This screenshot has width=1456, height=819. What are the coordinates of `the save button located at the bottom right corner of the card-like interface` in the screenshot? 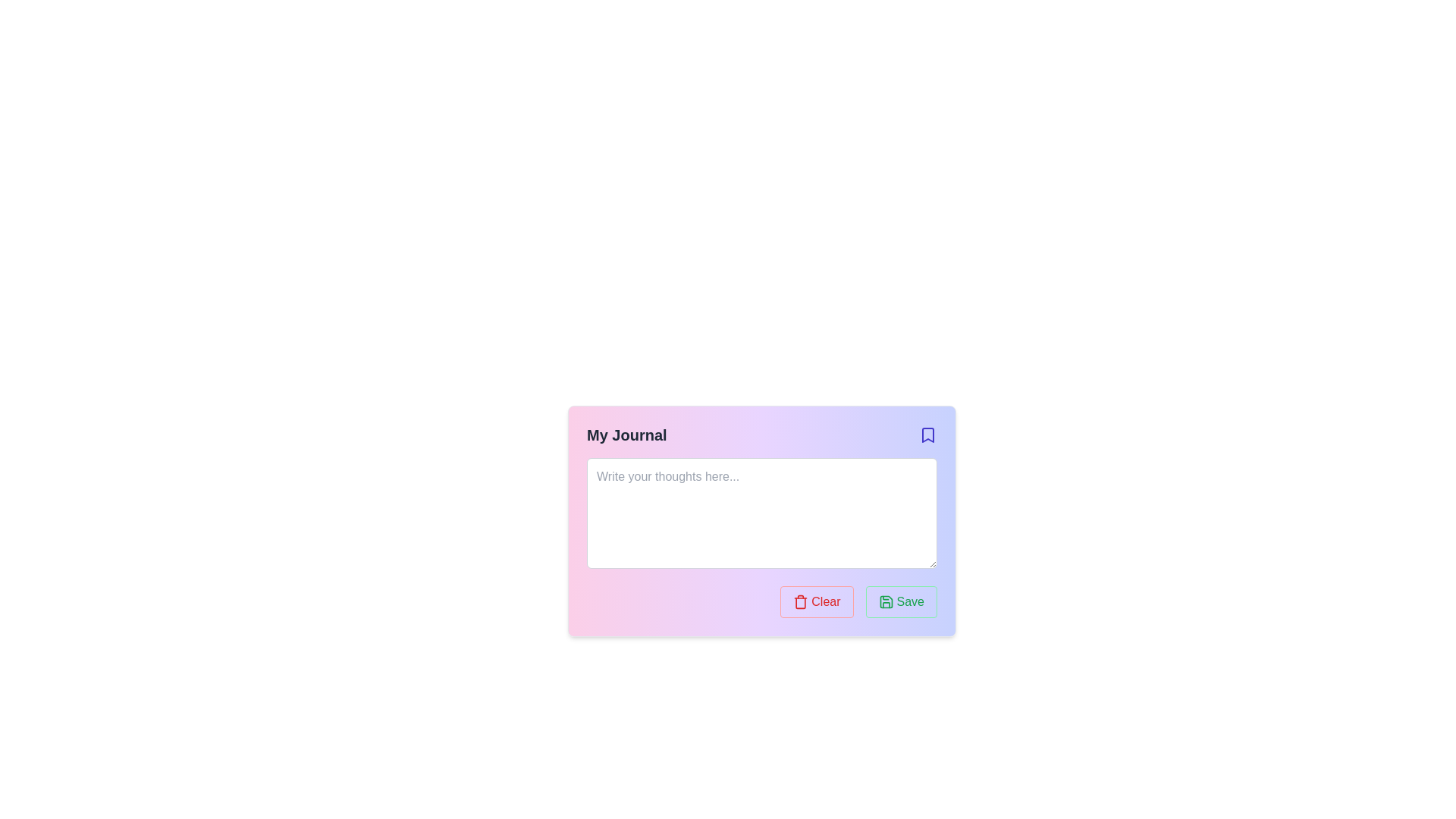 It's located at (901, 601).